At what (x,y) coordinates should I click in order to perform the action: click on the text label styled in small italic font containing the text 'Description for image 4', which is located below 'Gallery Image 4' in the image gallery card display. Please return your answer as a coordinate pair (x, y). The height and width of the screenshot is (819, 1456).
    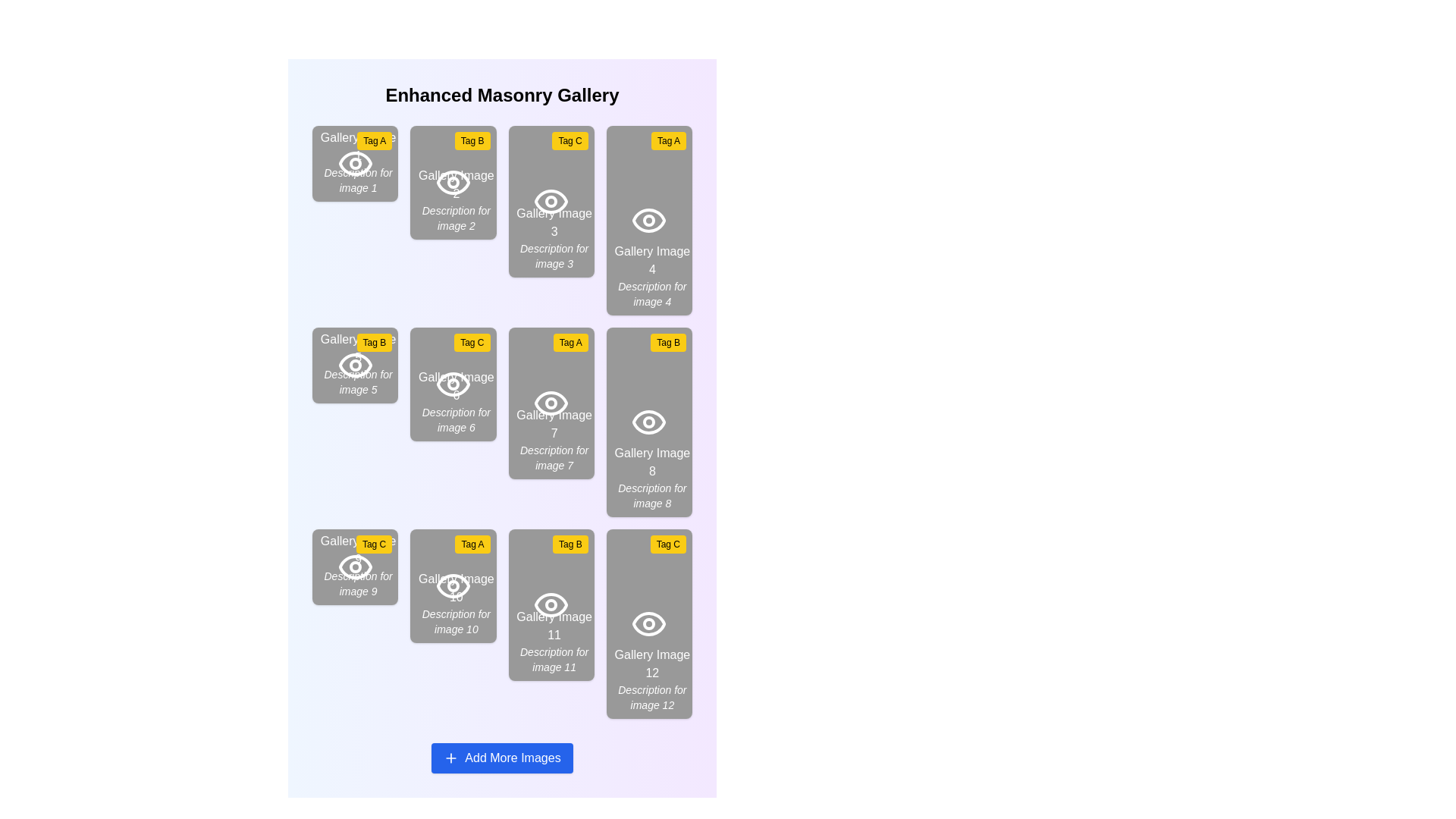
    Looking at the image, I should click on (652, 294).